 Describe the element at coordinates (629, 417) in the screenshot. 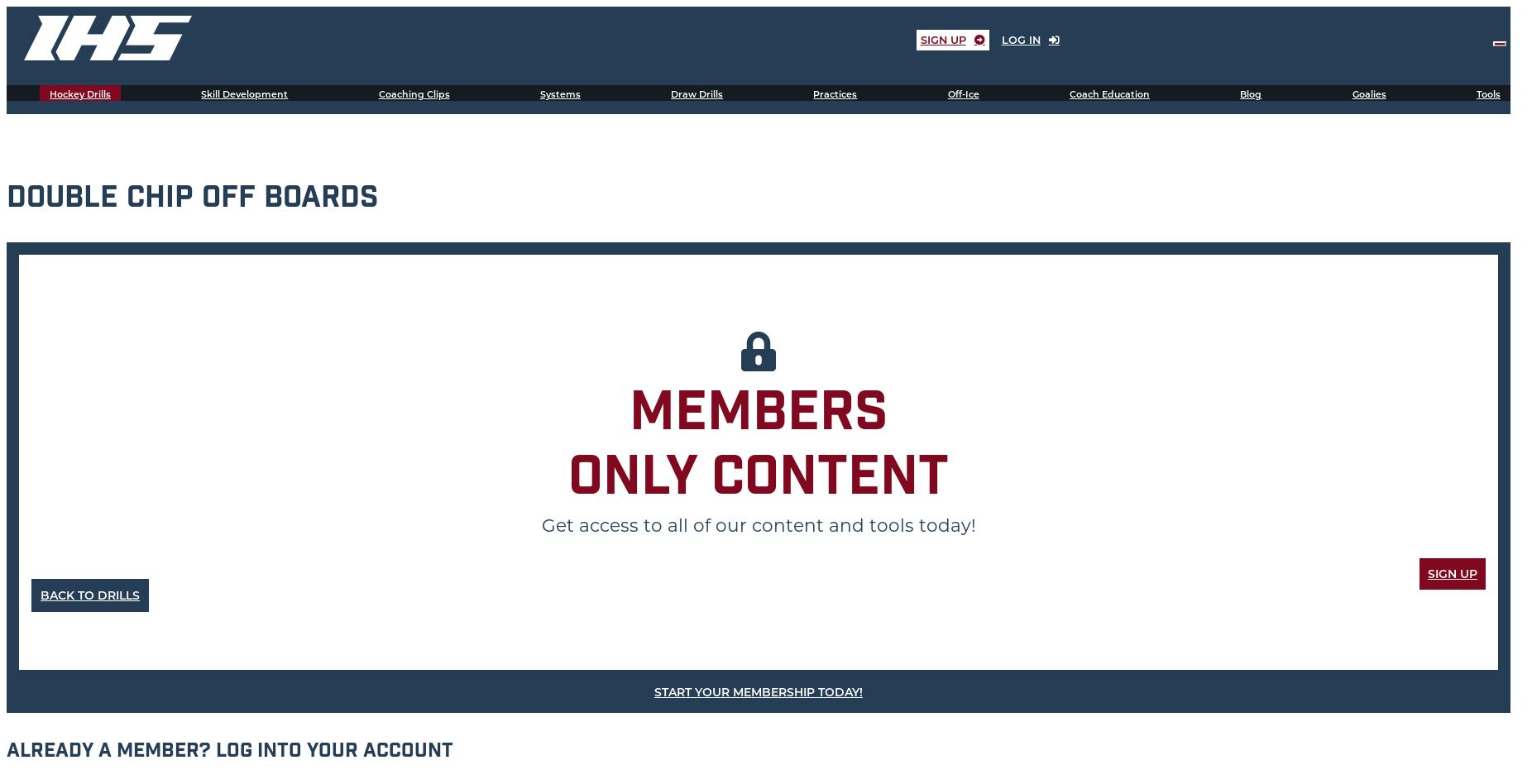

I see `'Members'` at that location.